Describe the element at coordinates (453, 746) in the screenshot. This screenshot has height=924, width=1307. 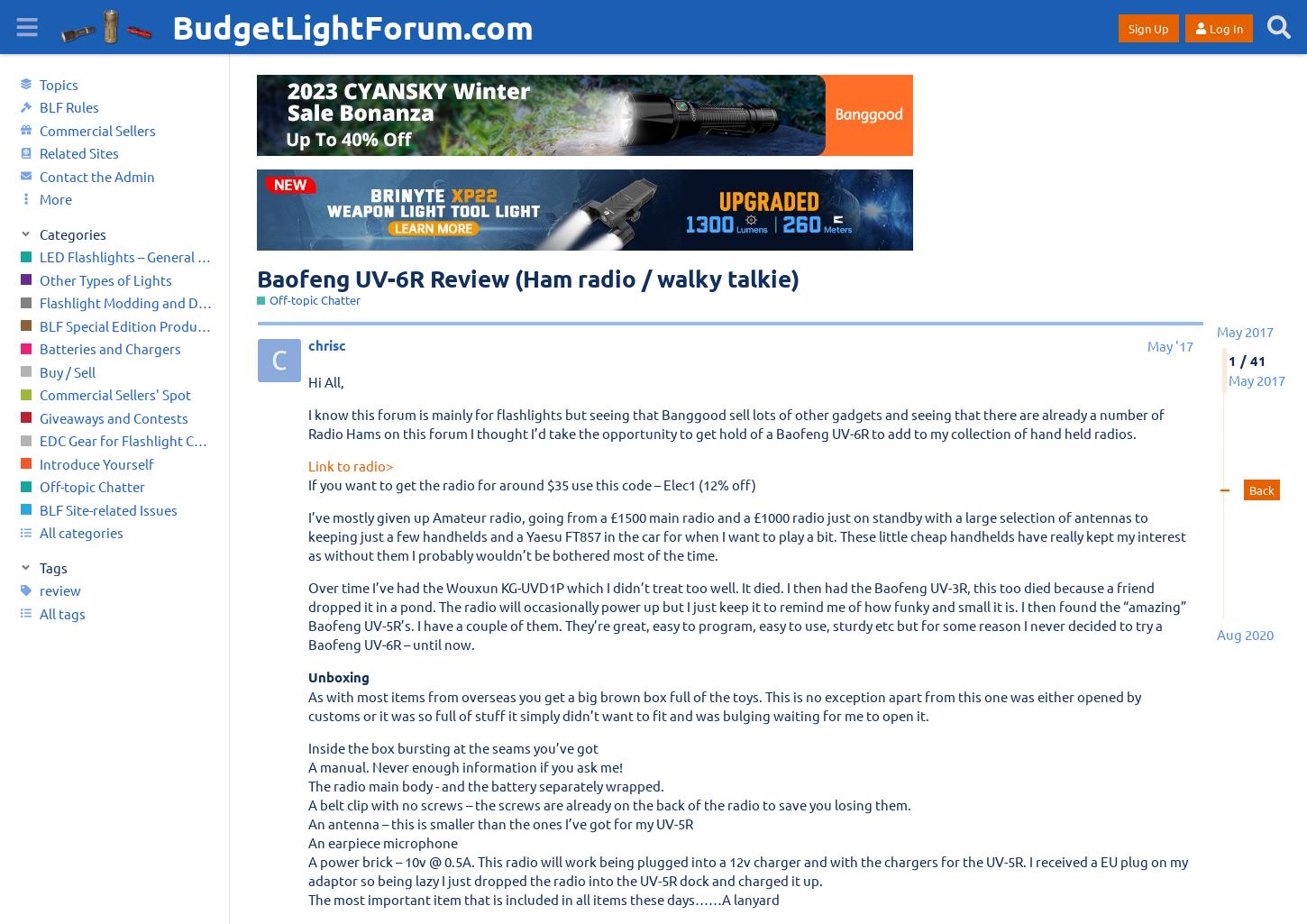
I see `'Inside the box bursting at the seams you’ve got'` at that location.